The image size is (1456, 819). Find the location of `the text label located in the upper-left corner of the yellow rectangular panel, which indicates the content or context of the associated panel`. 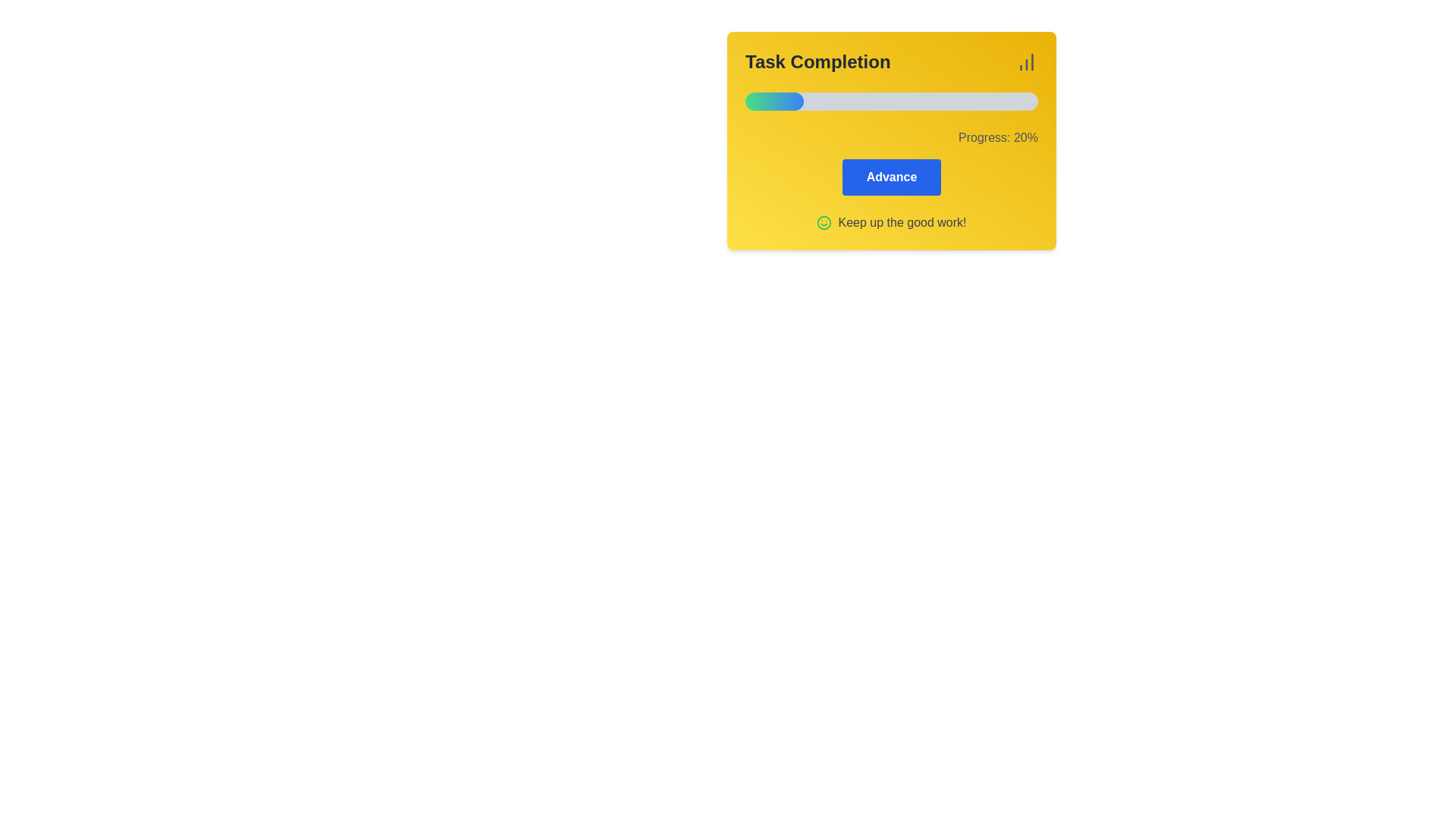

the text label located in the upper-left corner of the yellow rectangular panel, which indicates the content or context of the associated panel is located at coordinates (817, 61).